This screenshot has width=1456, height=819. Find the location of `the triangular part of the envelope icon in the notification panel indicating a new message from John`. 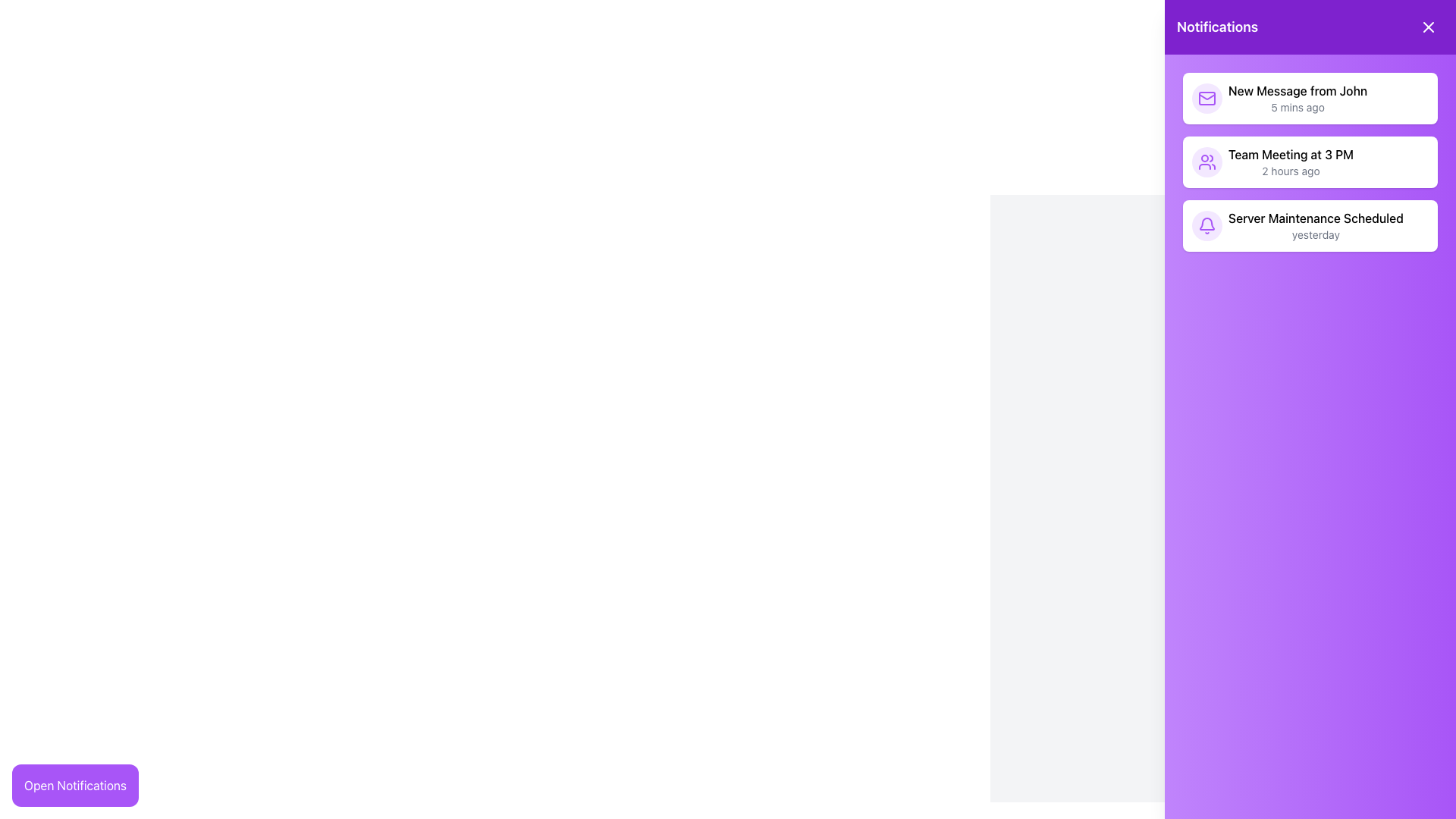

the triangular part of the envelope icon in the notification panel indicating a new message from John is located at coordinates (1207, 96).